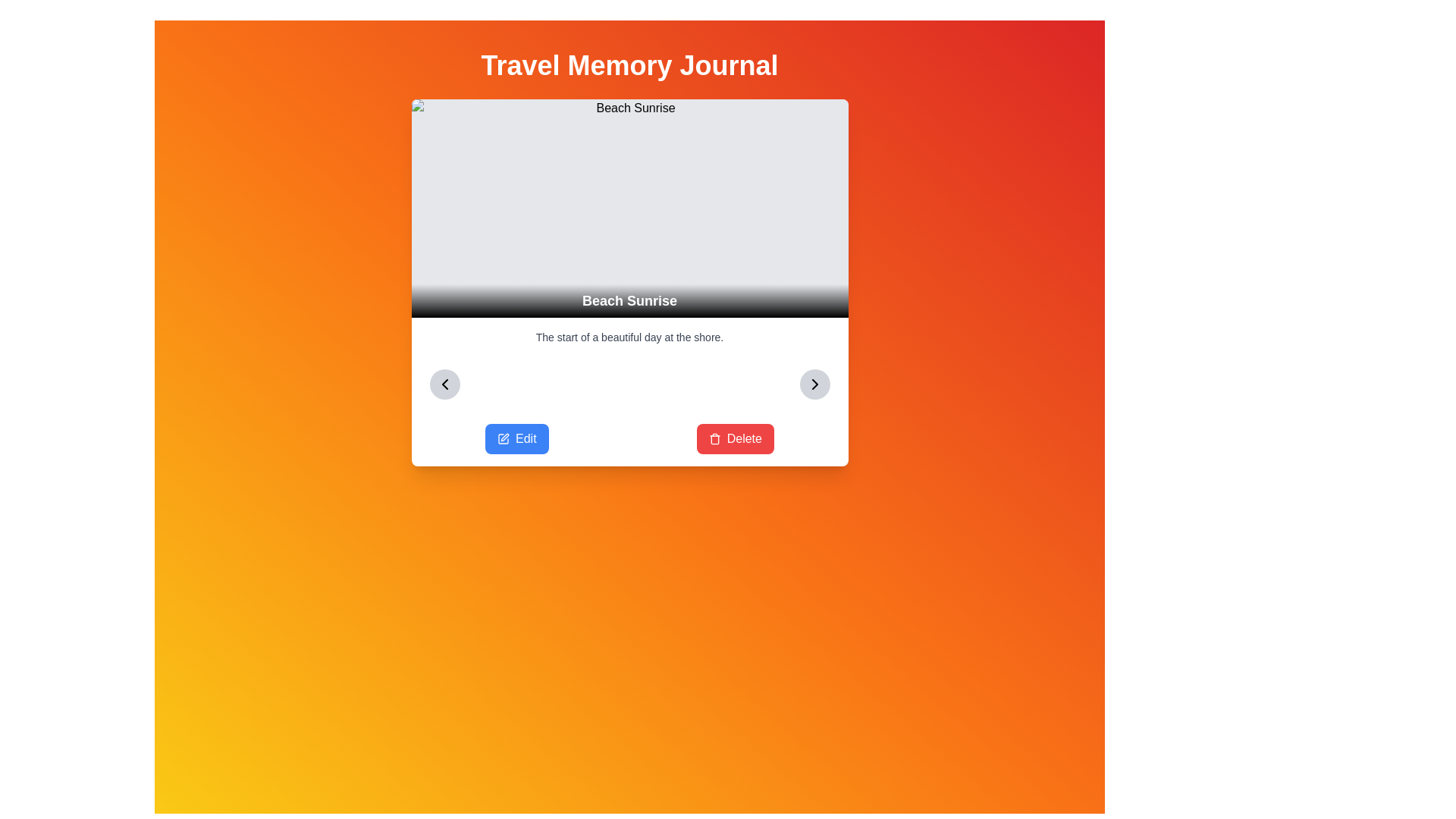 The image size is (1456, 819). What do you see at coordinates (629, 336) in the screenshot?
I see `the text label displaying 'The start of a beautiful day at the shore.'` at bounding box center [629, 336].